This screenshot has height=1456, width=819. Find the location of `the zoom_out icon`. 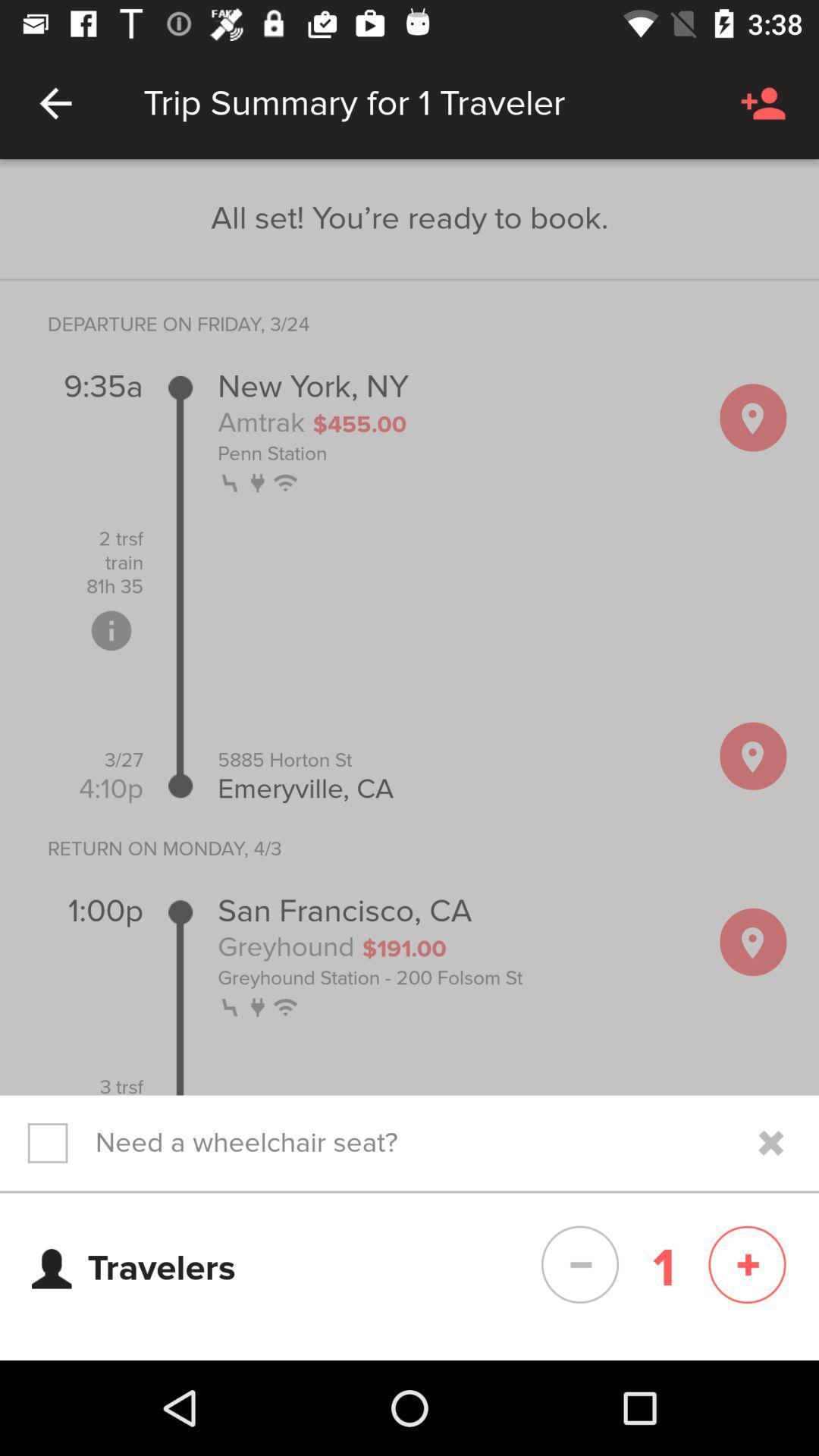

the zoom_out icon is located at coordinates (579, 1265).